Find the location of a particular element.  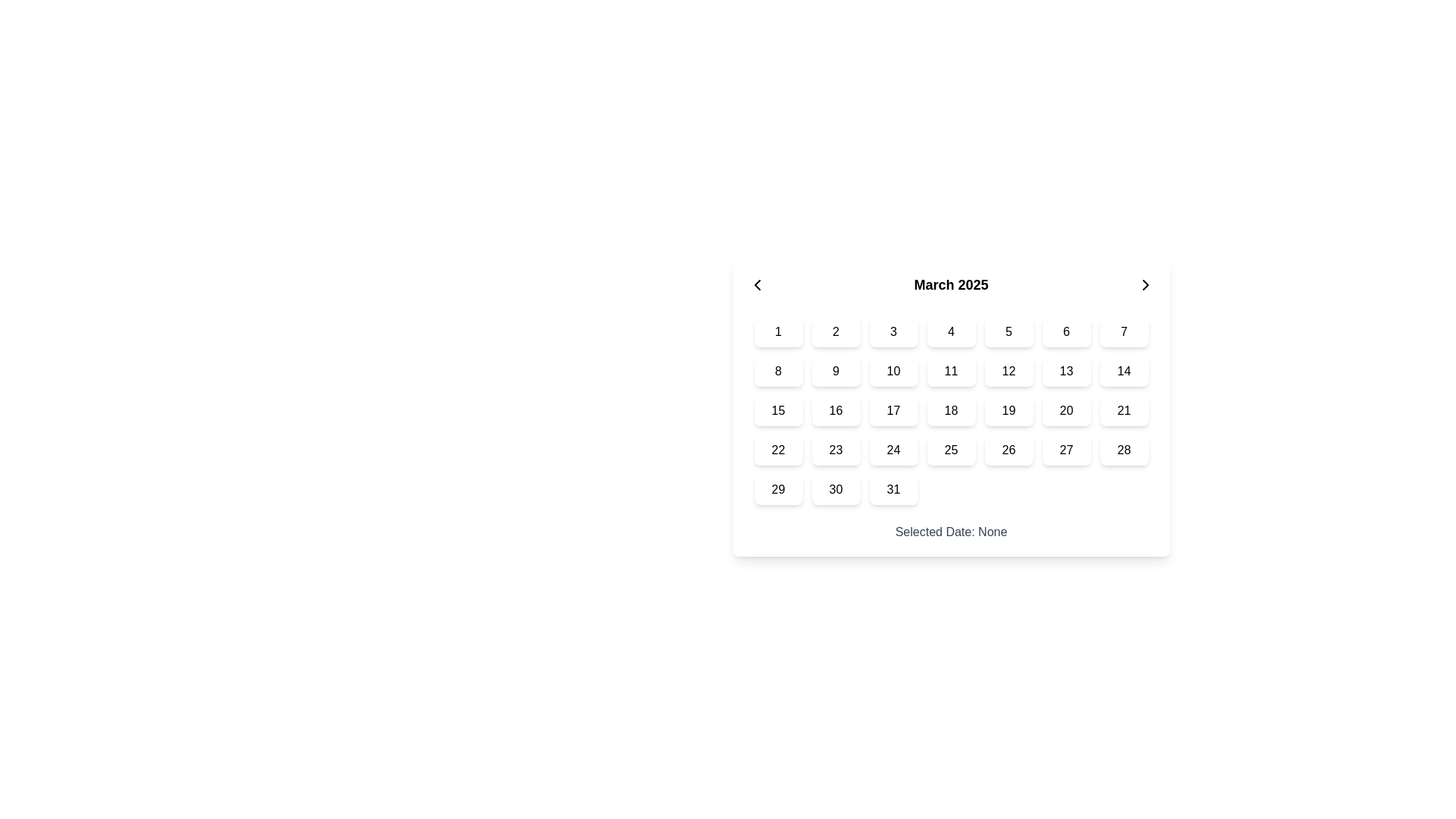

the button displaying the number '25' in black font, which is part of the calendar grid in the fifth column of the fourth row is located at coordinates (950, 450).